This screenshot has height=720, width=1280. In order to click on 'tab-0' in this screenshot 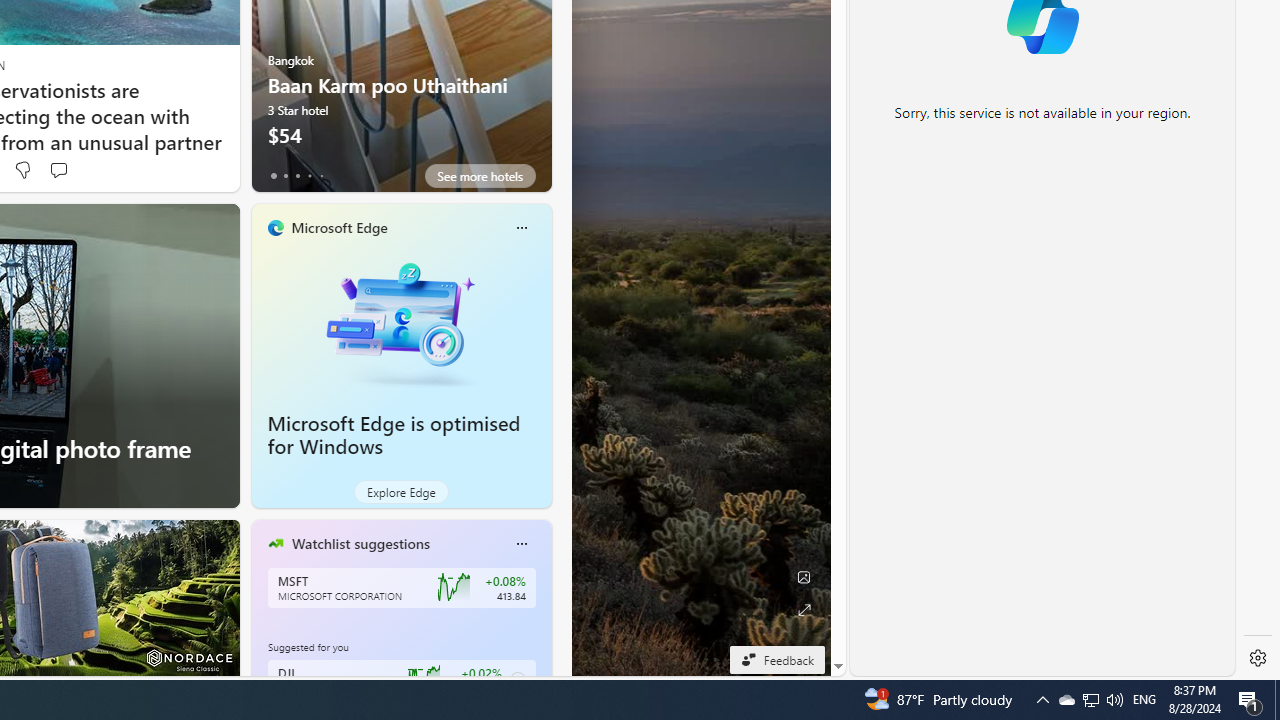, I will do `click(272, 175)`.